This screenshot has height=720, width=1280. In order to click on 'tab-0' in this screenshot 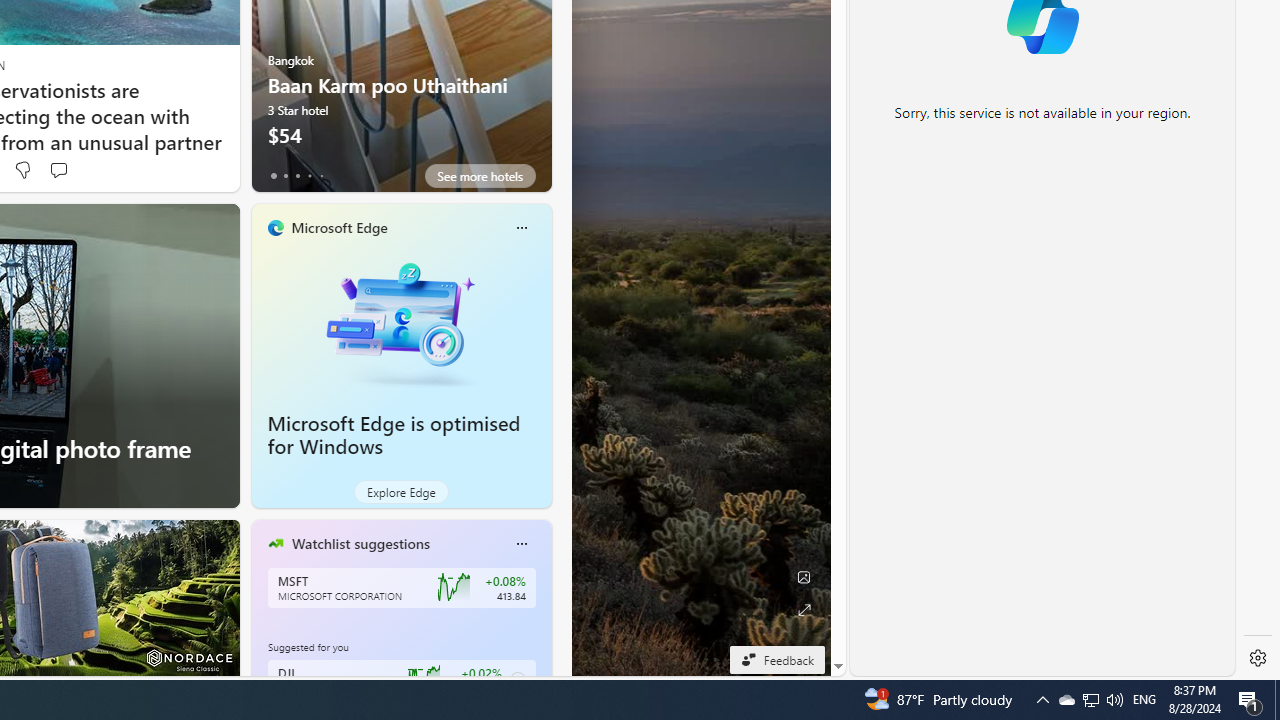, I will do `click(272, 175)`.